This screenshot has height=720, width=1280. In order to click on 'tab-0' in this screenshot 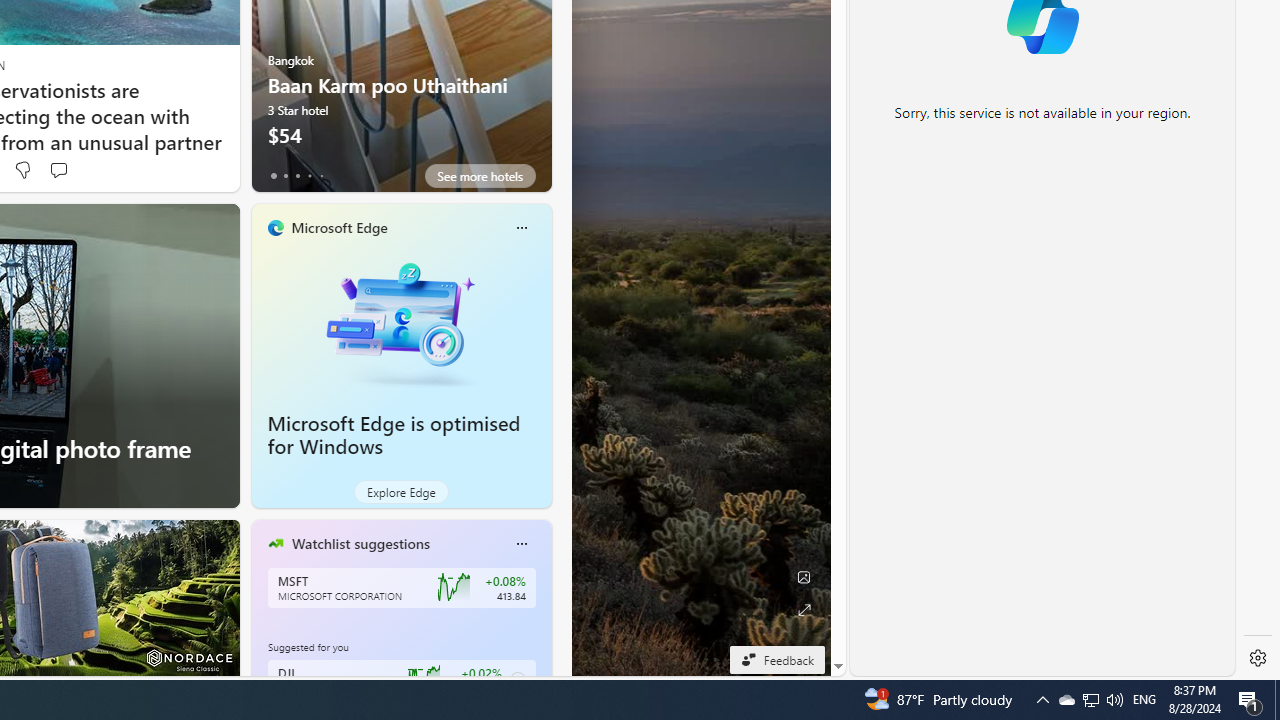, I will do `click(272, 175)`.